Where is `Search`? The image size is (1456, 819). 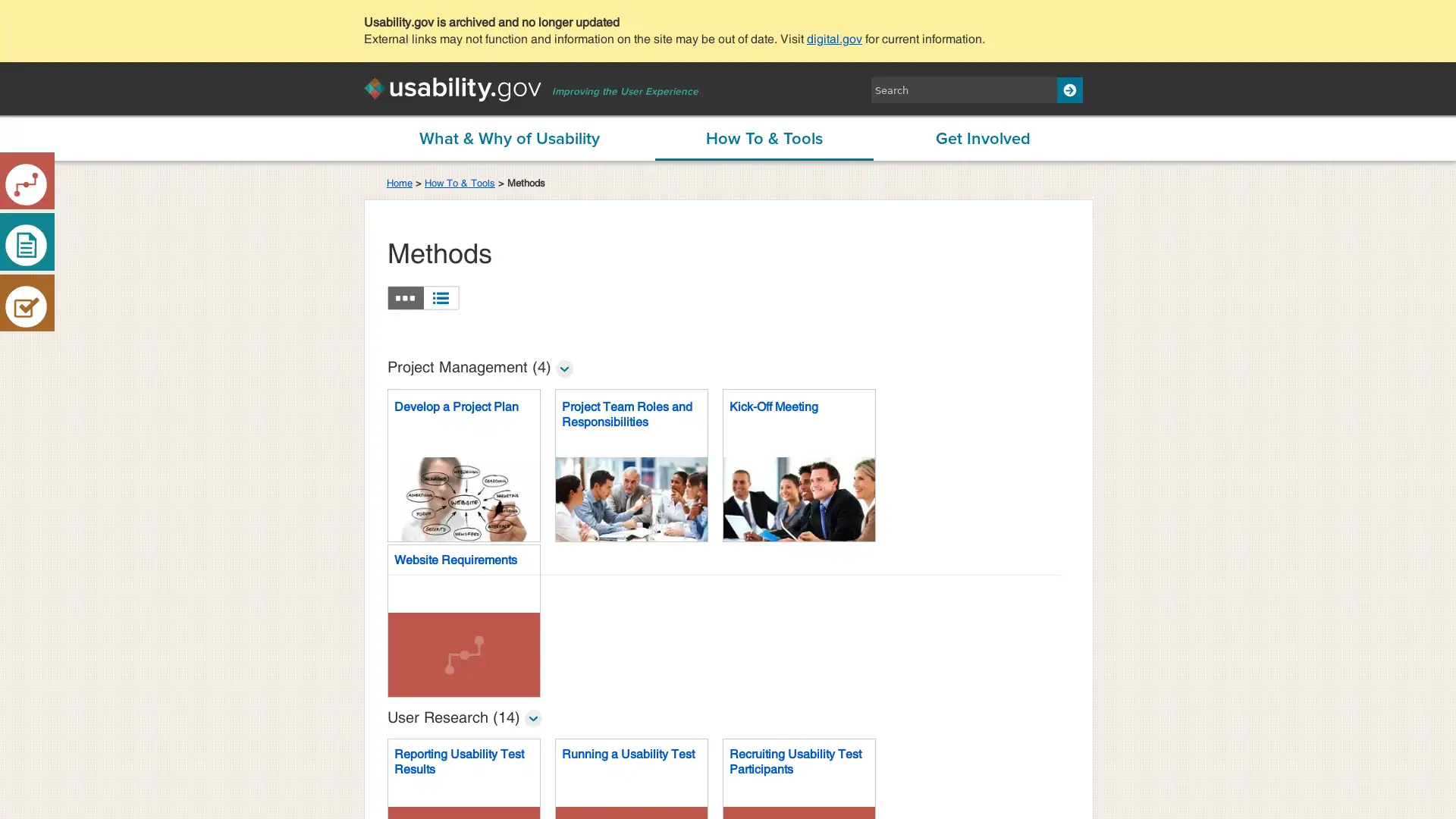
Search is located at coordinates (1069, 90).